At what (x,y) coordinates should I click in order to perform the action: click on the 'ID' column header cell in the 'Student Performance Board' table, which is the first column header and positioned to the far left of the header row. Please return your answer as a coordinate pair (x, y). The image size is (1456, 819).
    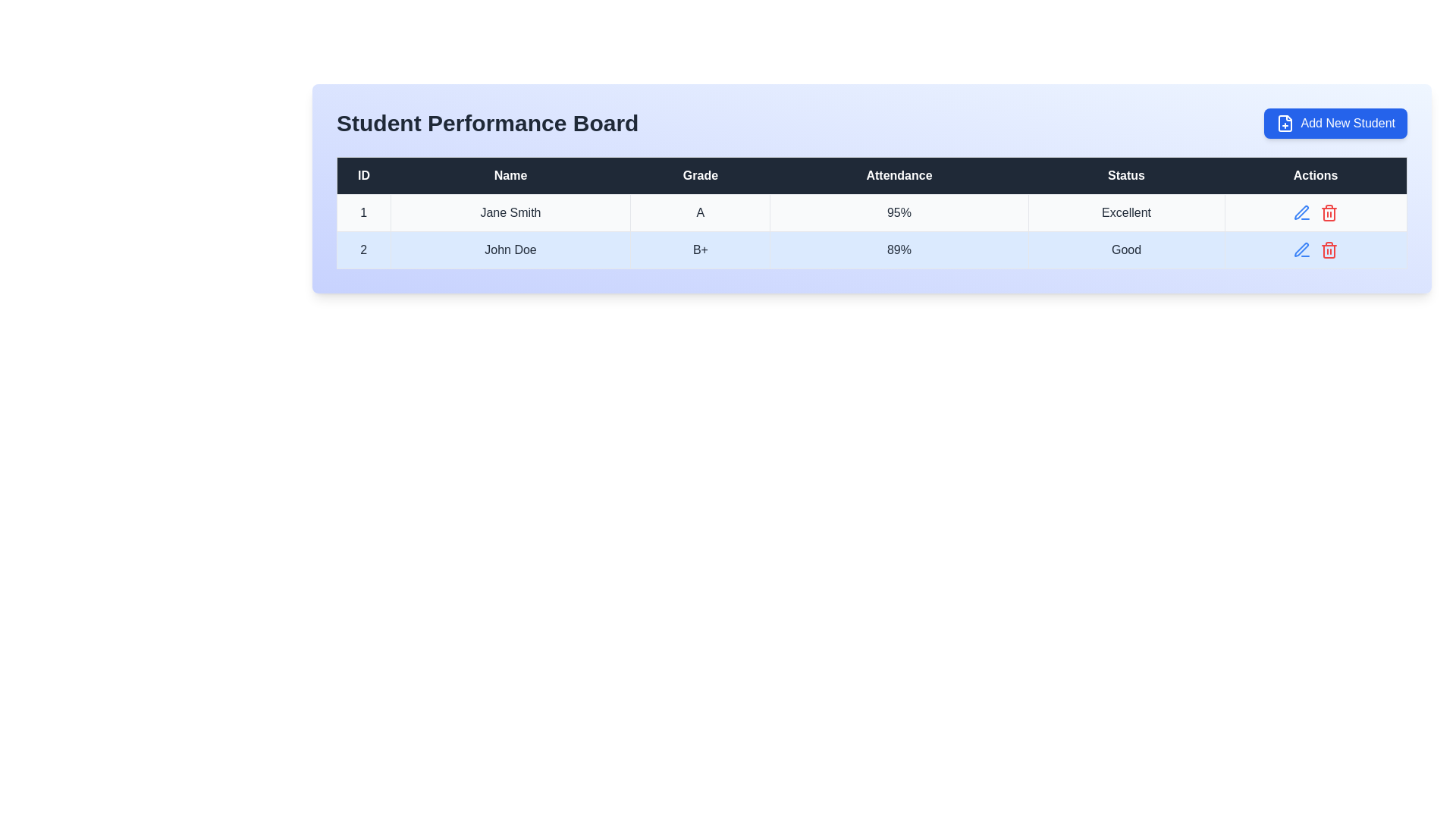
    Looking at the image, I should click on (362, 174).